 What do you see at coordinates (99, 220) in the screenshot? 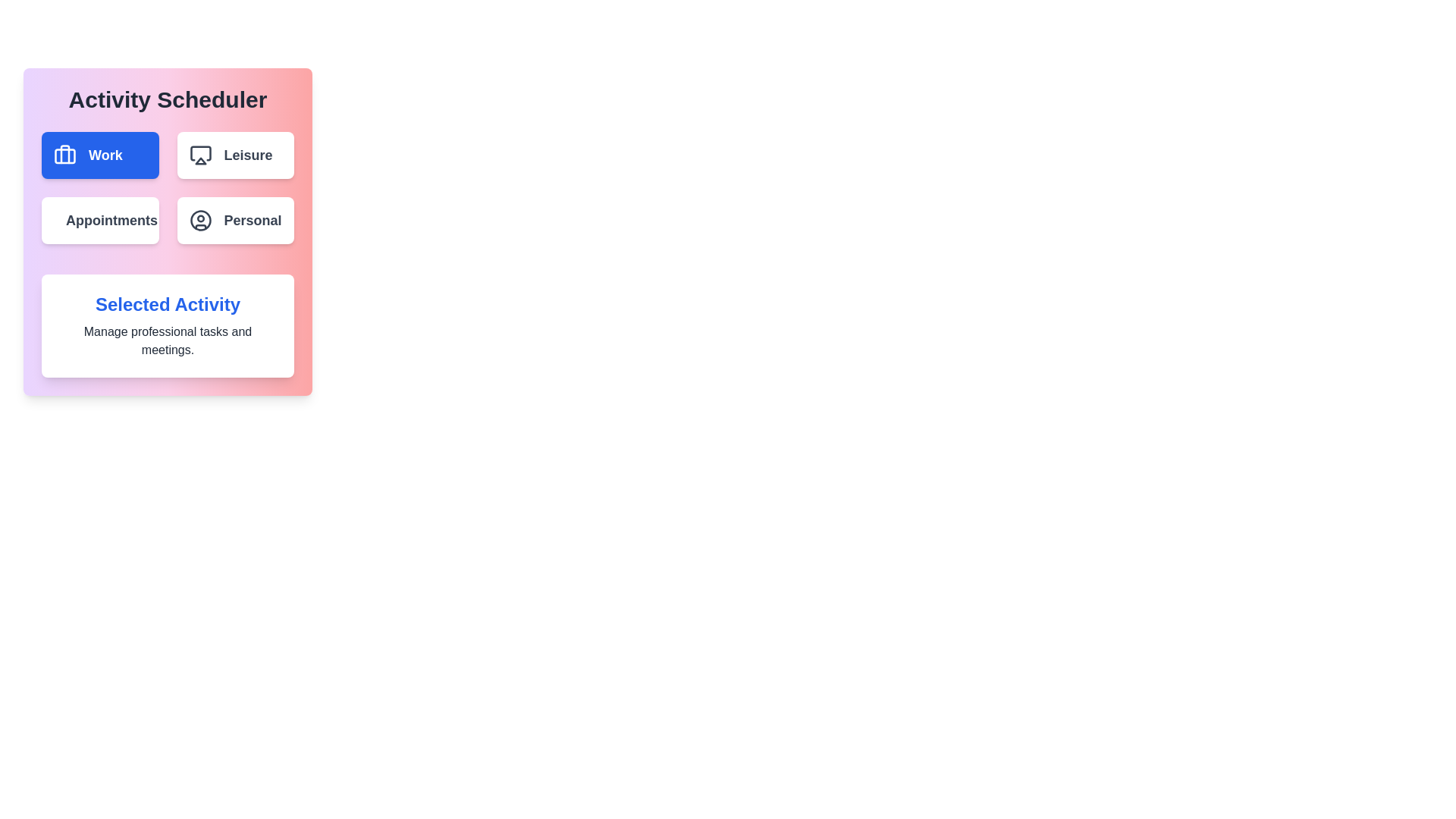
I see `the 'Appointments' button located in the bottom left quadrant of the application, beneath the 'Work' button and left of the 'Personal' button` at bounding box center [99, 220].